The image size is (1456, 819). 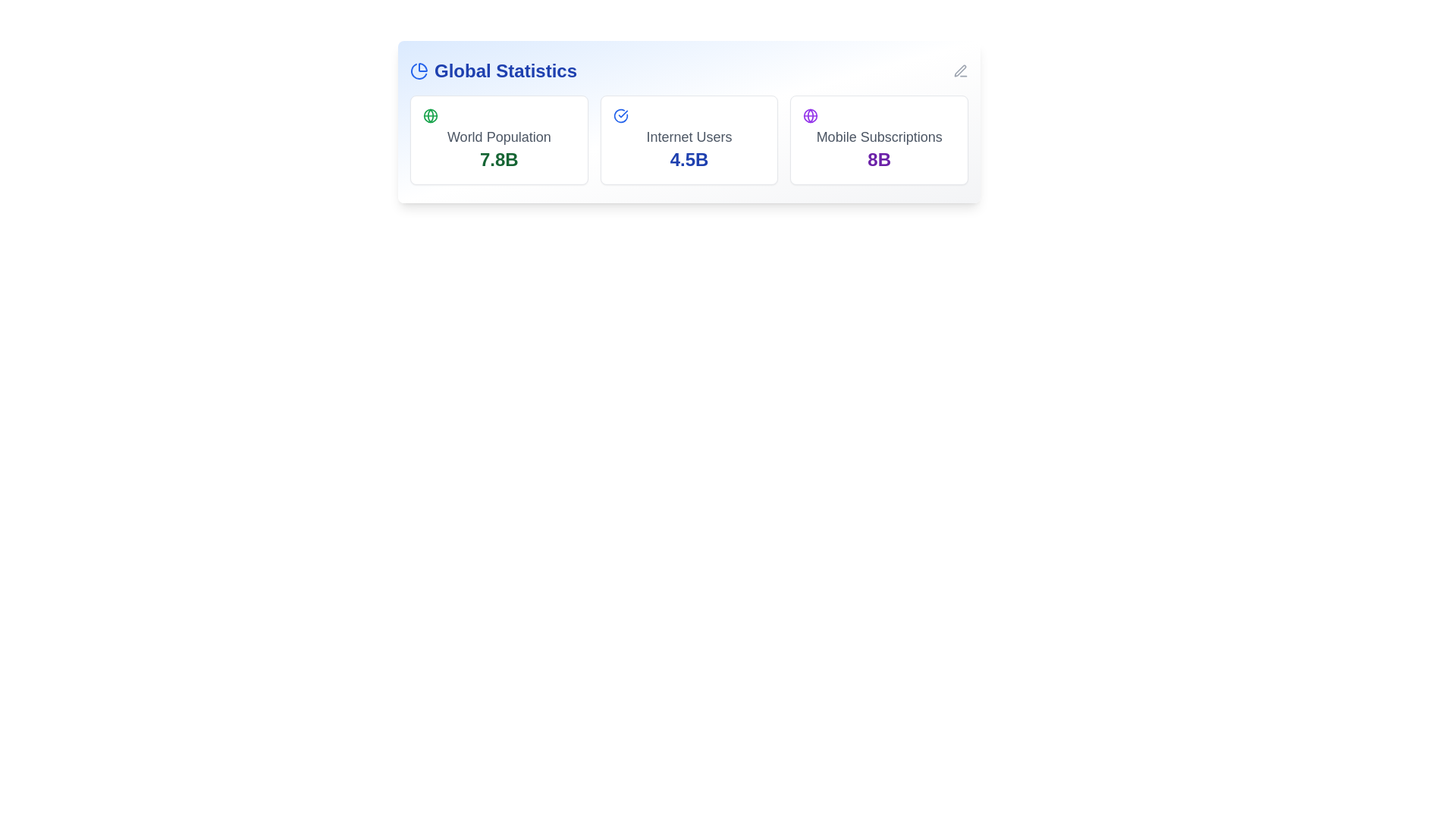 I want to click on the upper segment of the pie chart icon with a light blue outline located in the top-left corner of the 'Global Statistics' card, so click(x=422, y=66).